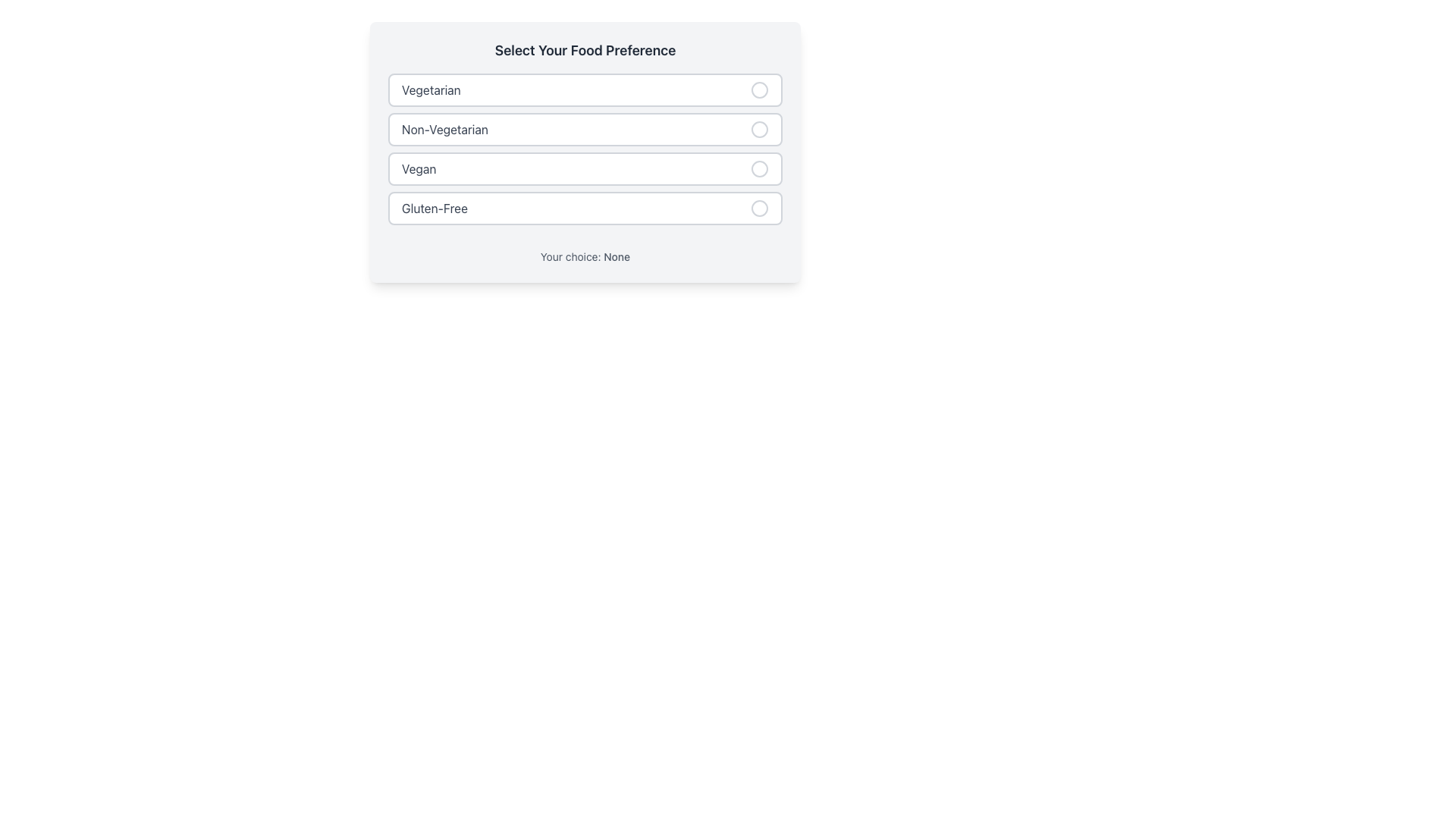 This screenshot has width=1456, height=819. I want to click on the inner circle of the 'Non-Vegetarian' radio button to receive interaction feedback, so click(760, 128).